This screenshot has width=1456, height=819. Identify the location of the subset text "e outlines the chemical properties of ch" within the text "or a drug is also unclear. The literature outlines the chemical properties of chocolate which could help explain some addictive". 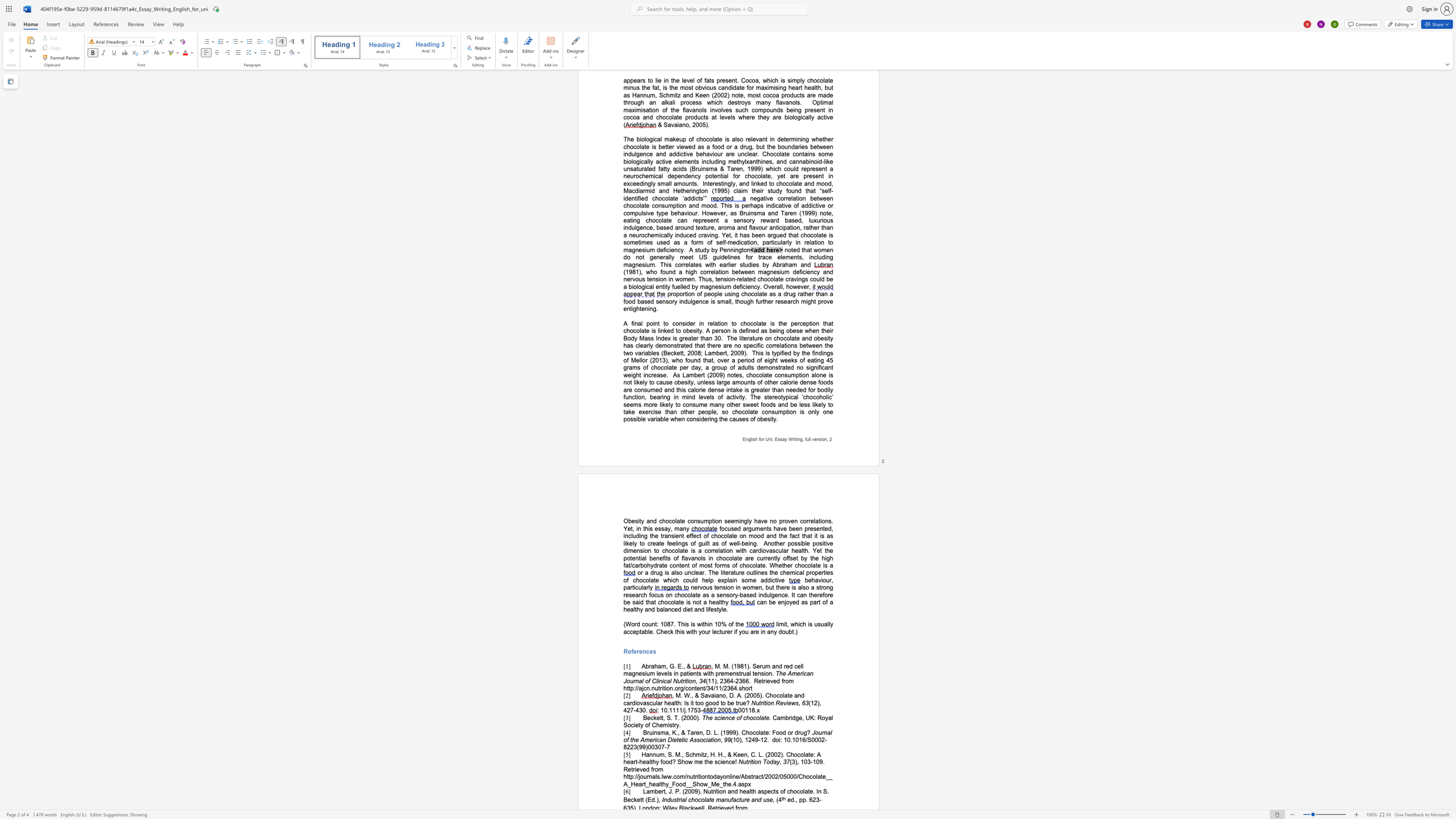
(741, 572).